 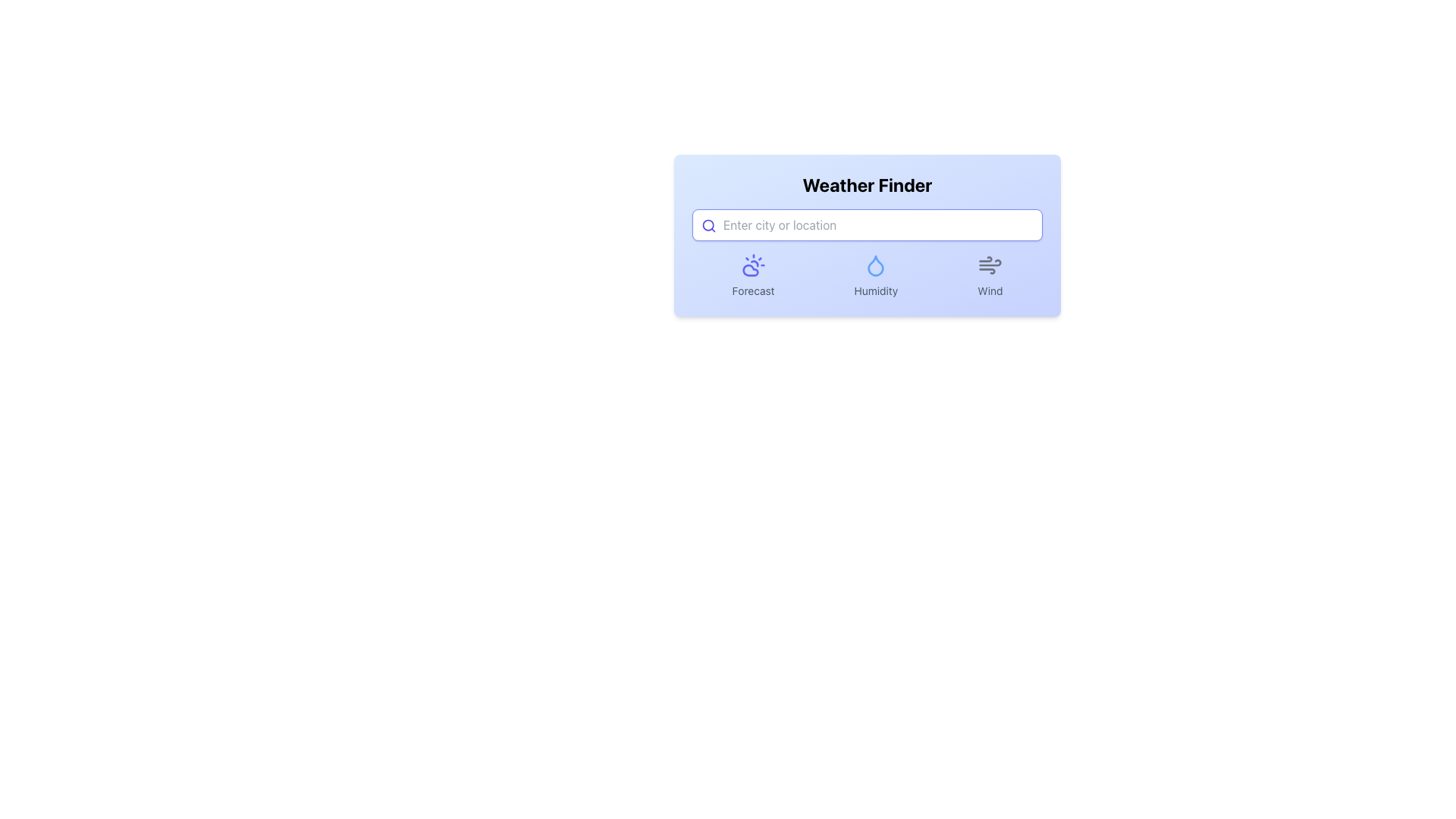 I want to click on the 'Forecast' icon, which serves as a button, so click(x=750, y=269).